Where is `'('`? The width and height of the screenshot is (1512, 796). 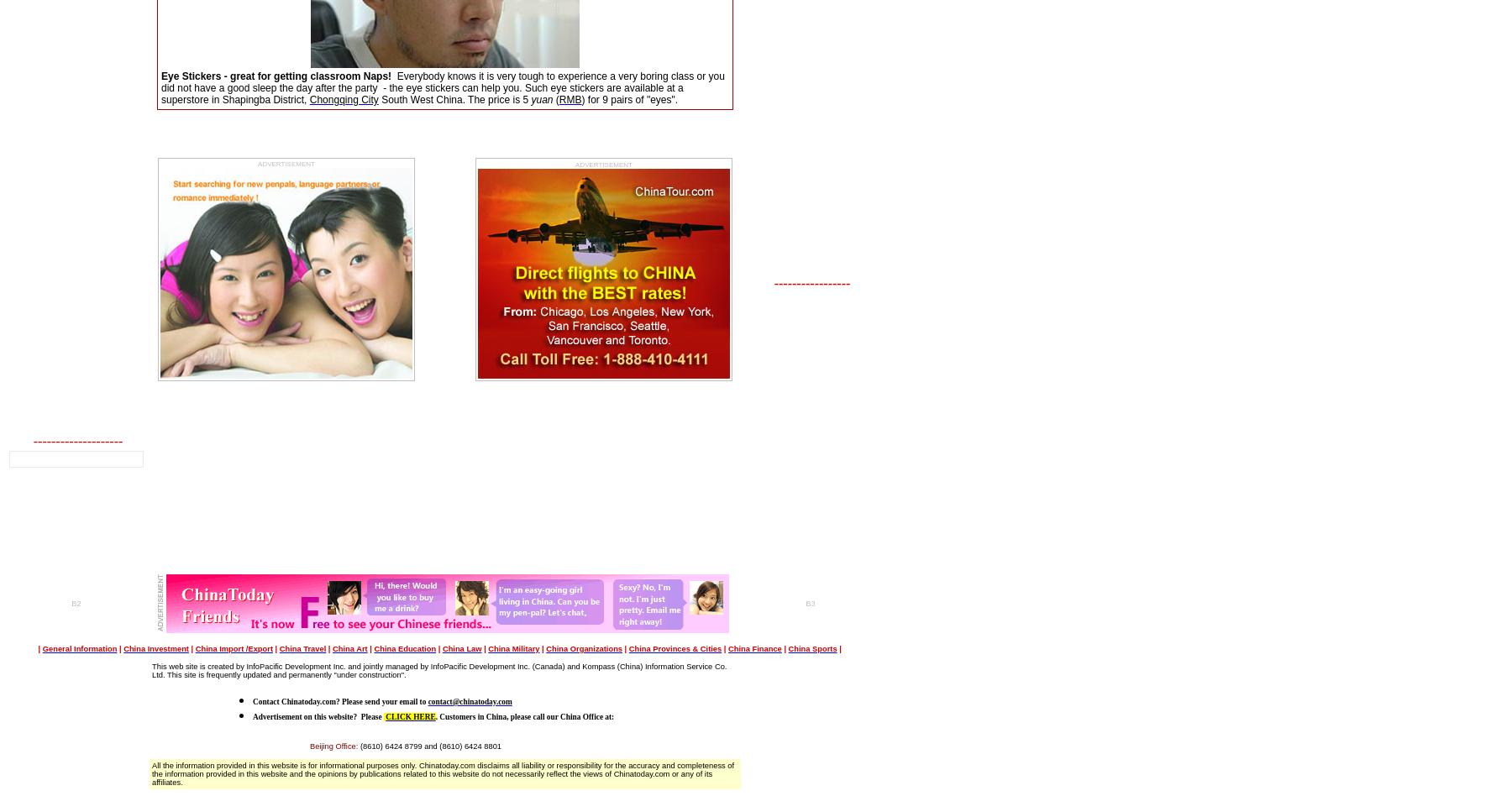 '(' is located at coordinates (555, 99).